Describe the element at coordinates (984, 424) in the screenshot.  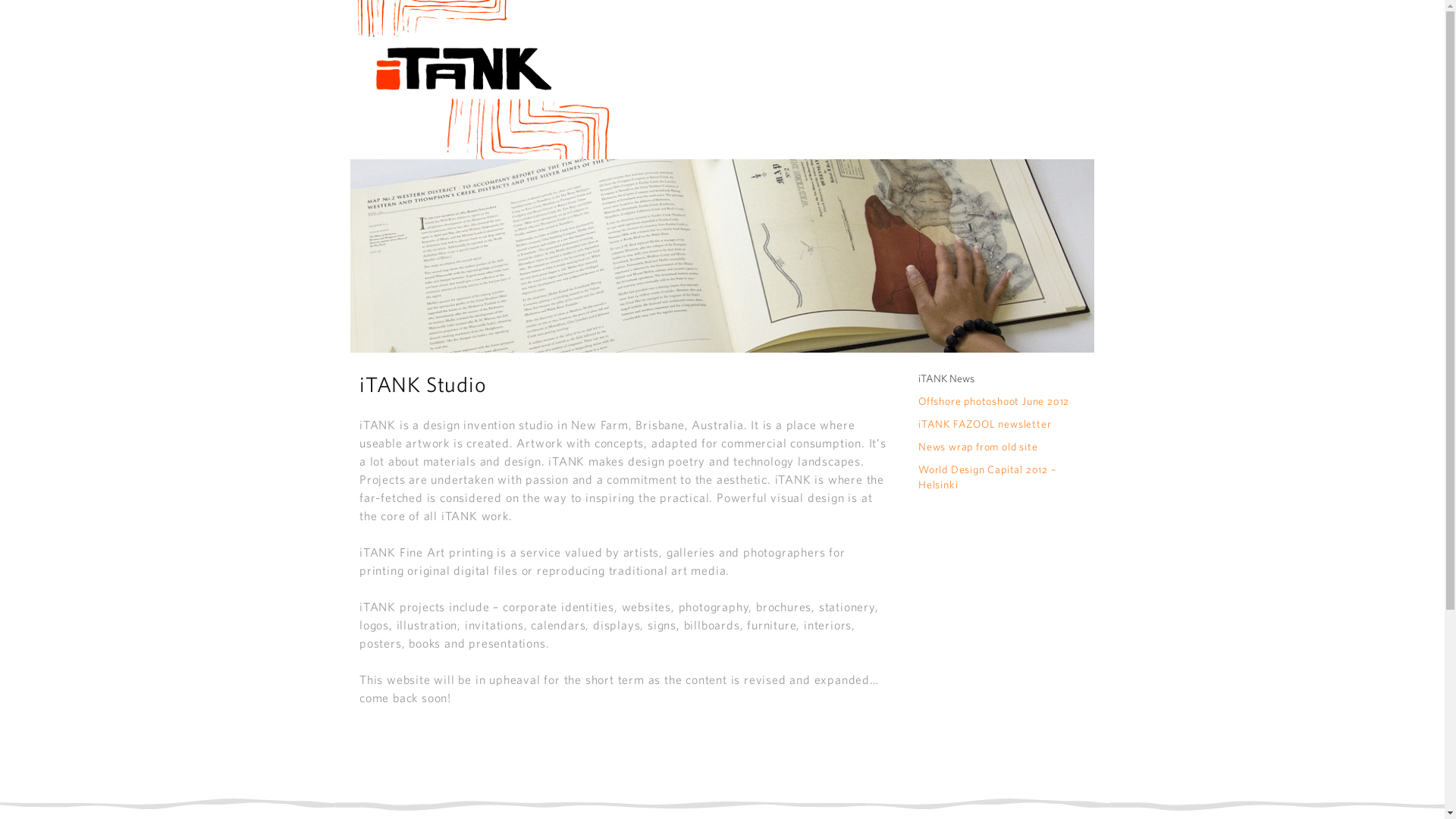
I see `'iTANK FAZOOL newsletter'` at that location.